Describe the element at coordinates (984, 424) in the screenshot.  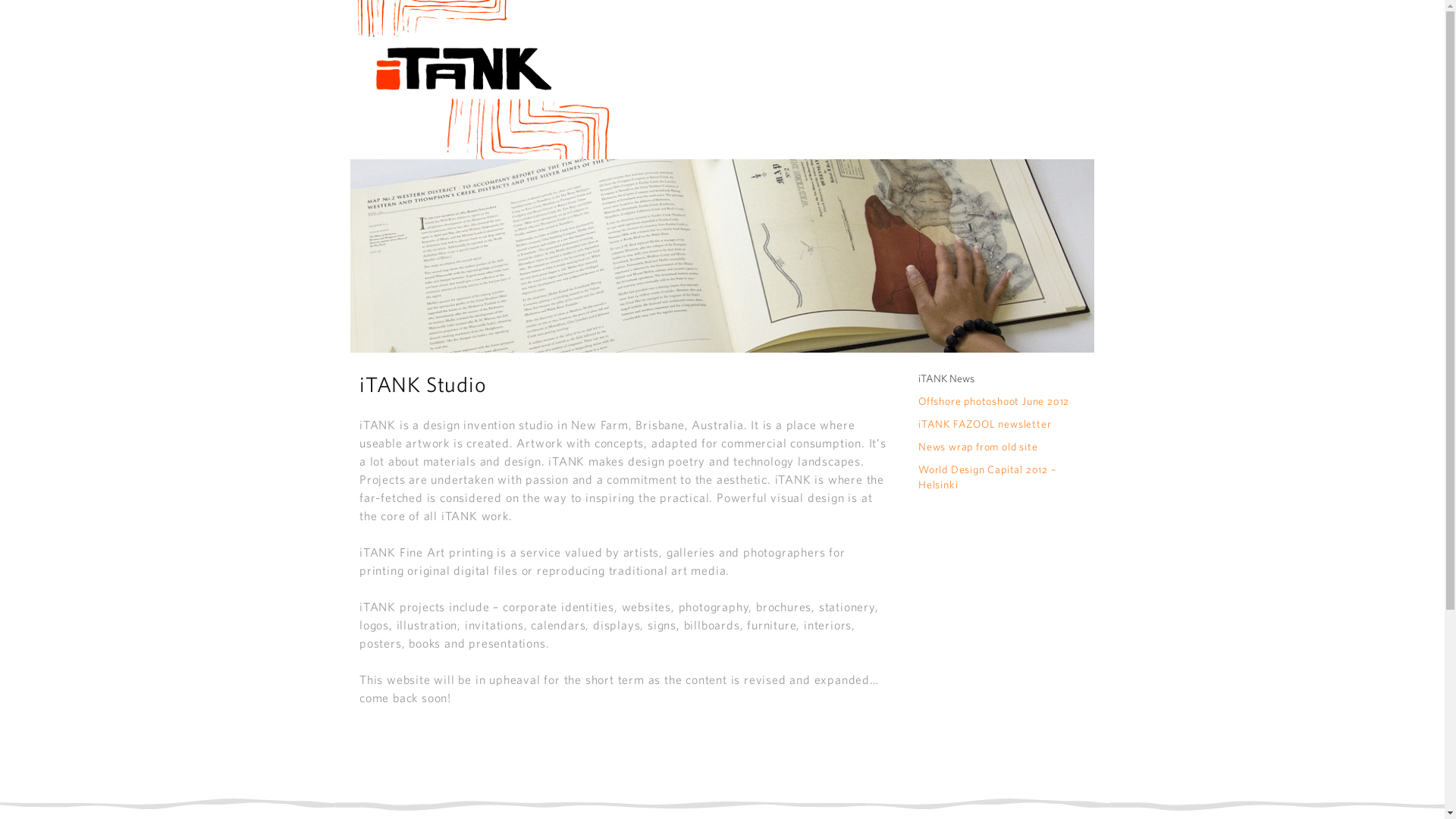
I see `'iTANK FAZOOL newsletter'` at that location.